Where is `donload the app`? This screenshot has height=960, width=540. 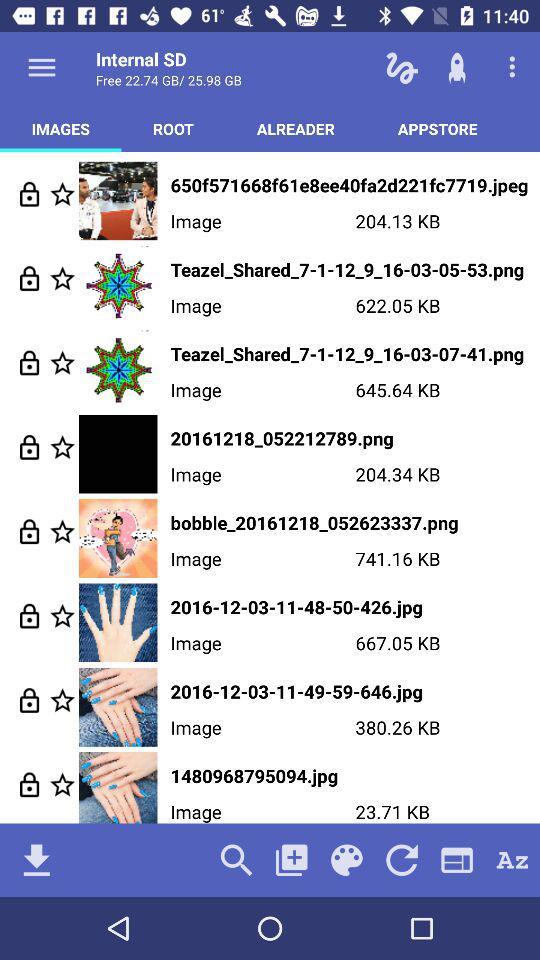 donload the app is located at coordinates (36, 859).